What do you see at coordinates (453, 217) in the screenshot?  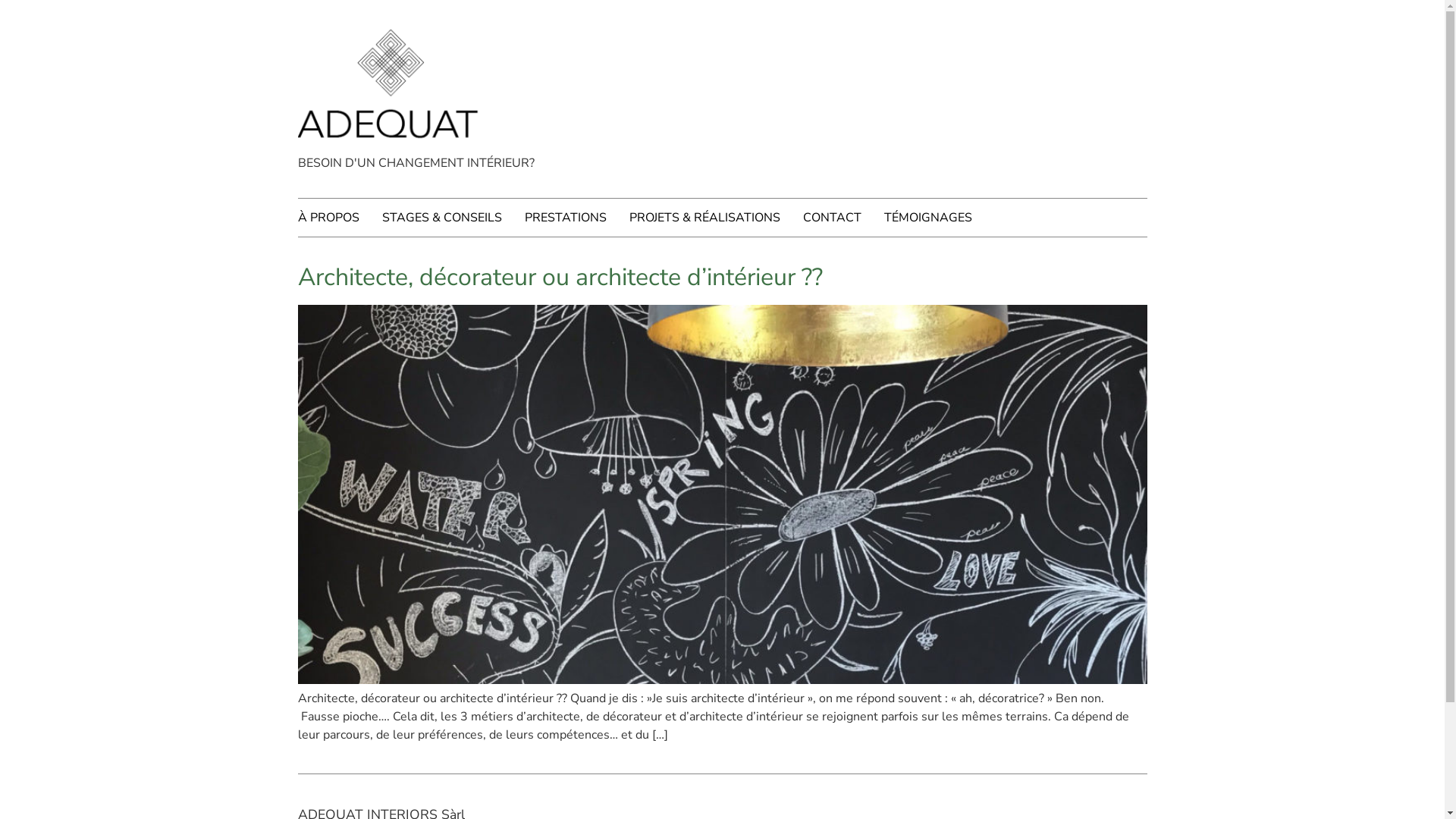 I see `'STAGES & CONSEILS'` at bounding box center [453, 217].